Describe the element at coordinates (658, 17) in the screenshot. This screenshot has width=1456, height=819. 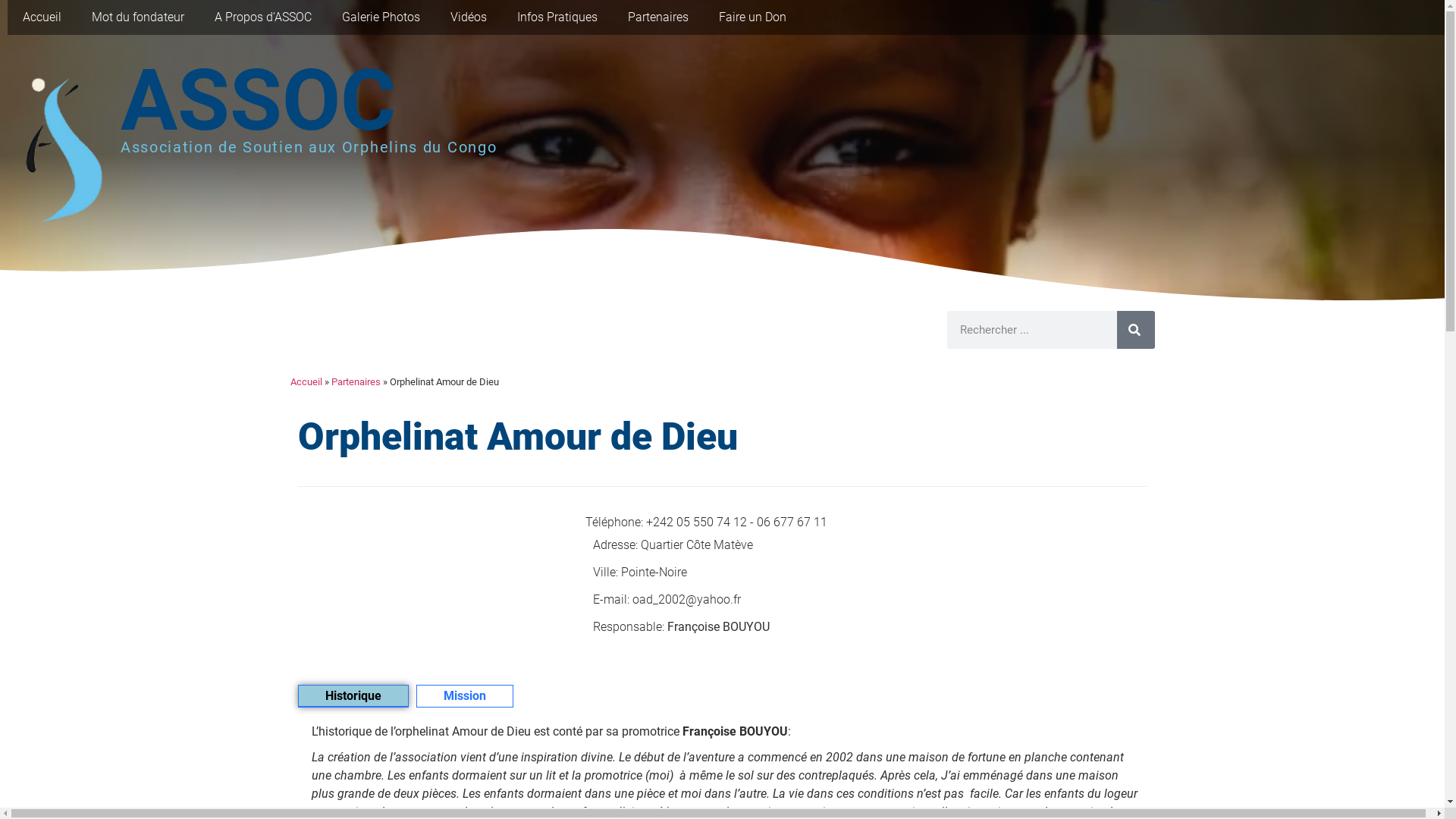
I see `'Partenaires'` at that location.